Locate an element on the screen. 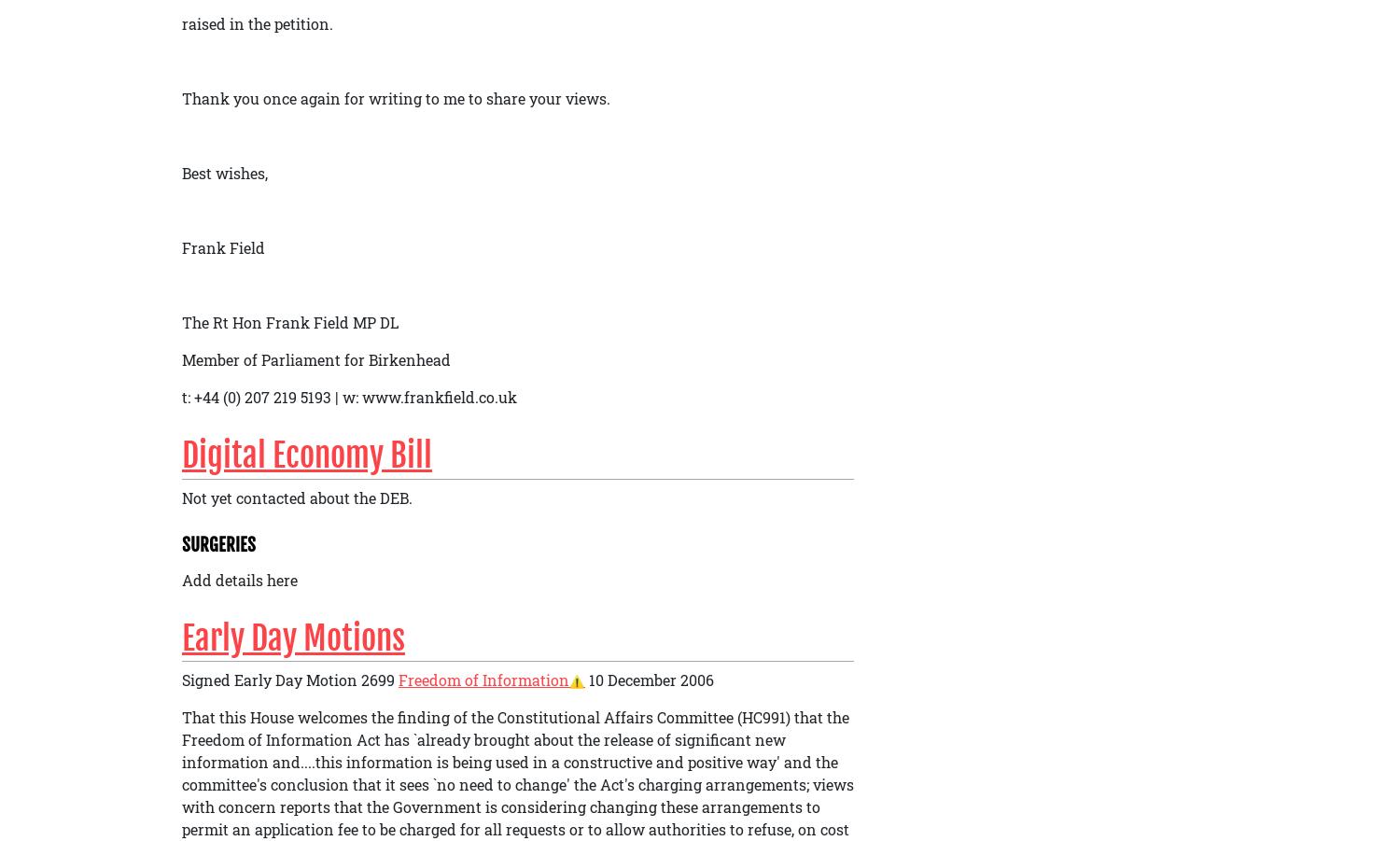 The image size is (1400, 841). 'Early Day Motions' is located at coordinates (181, 638).